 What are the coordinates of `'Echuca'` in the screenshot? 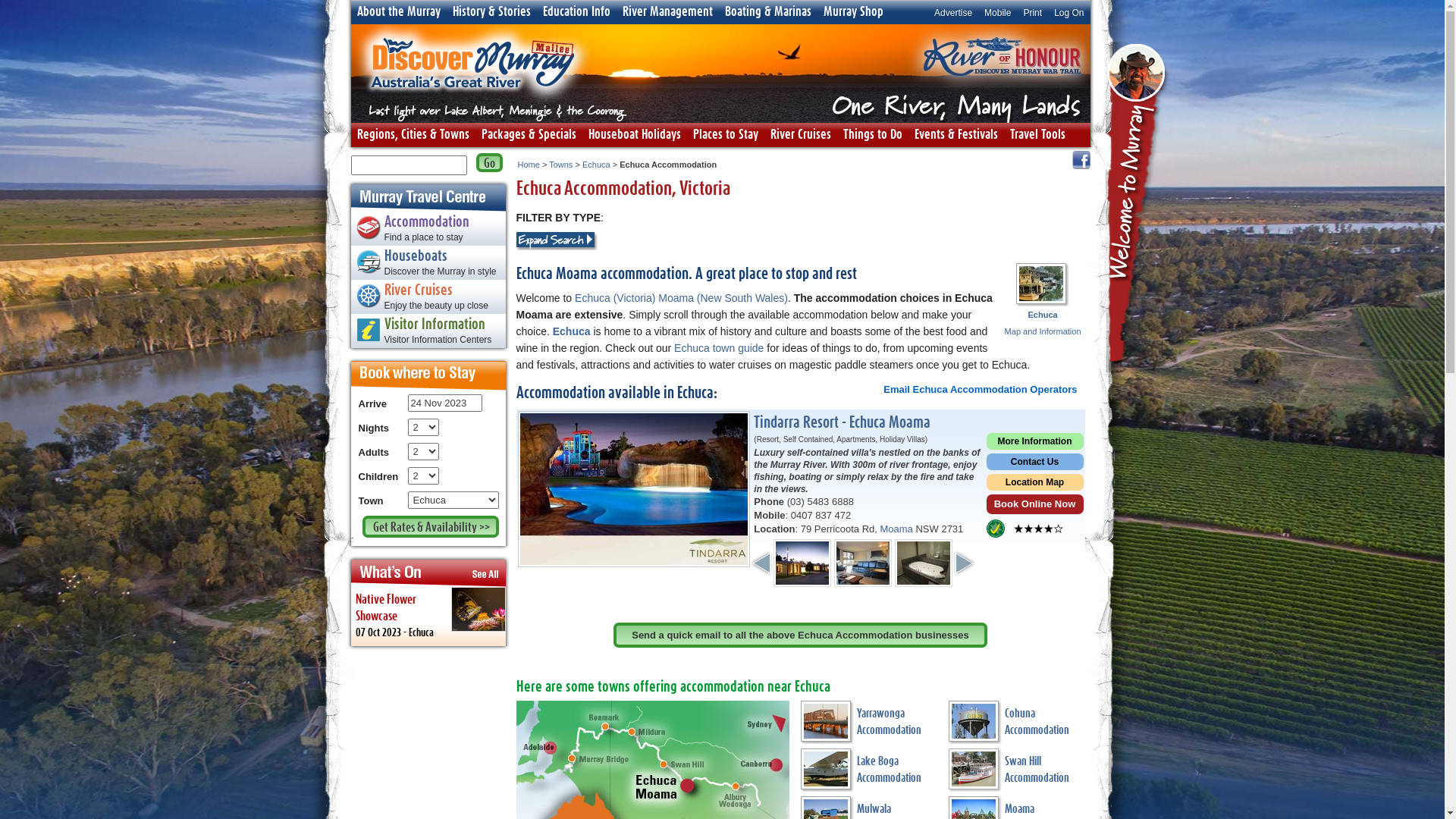 It's located at (595, 164).